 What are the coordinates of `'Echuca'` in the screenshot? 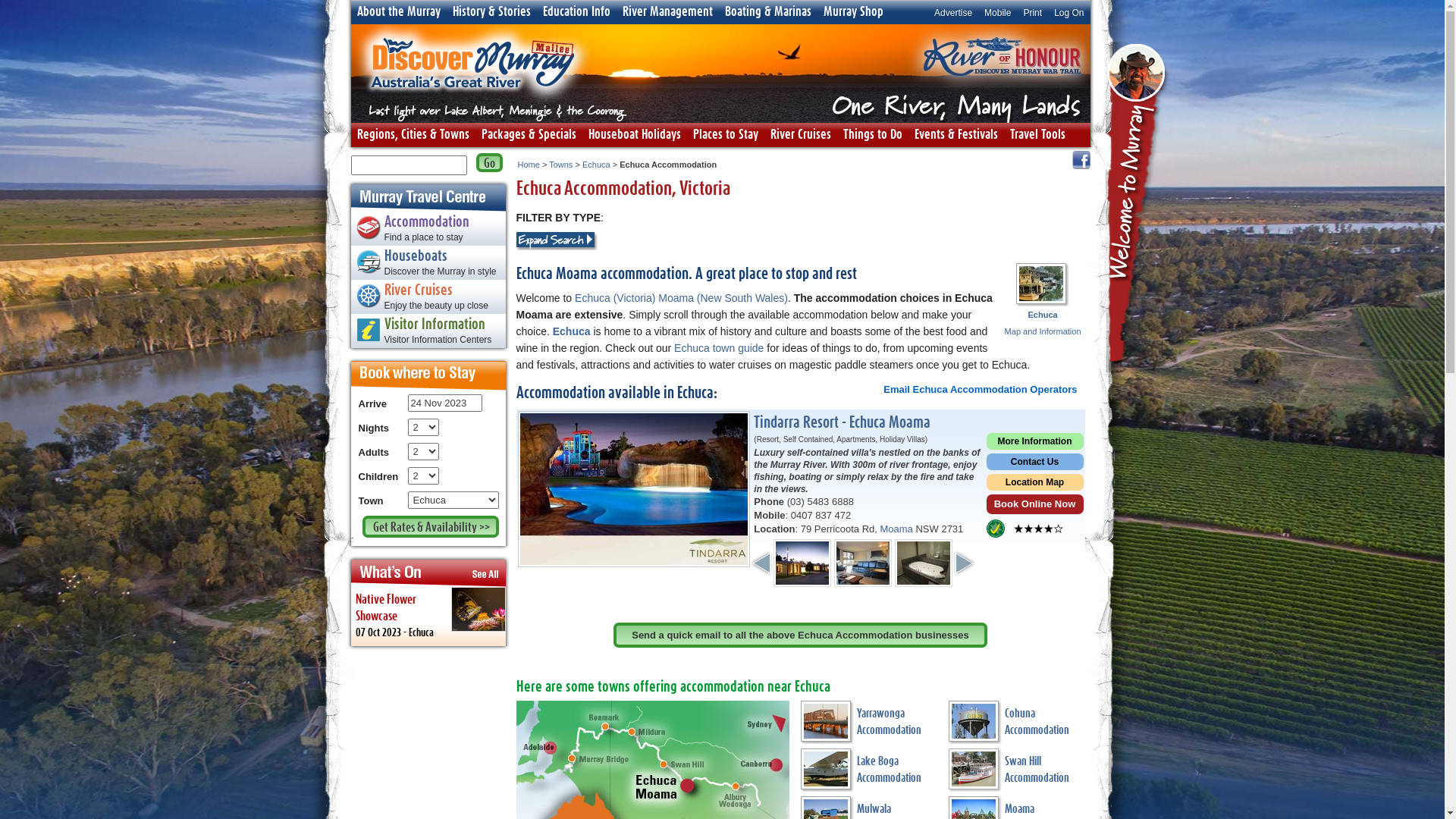 It's located at (595, 164).